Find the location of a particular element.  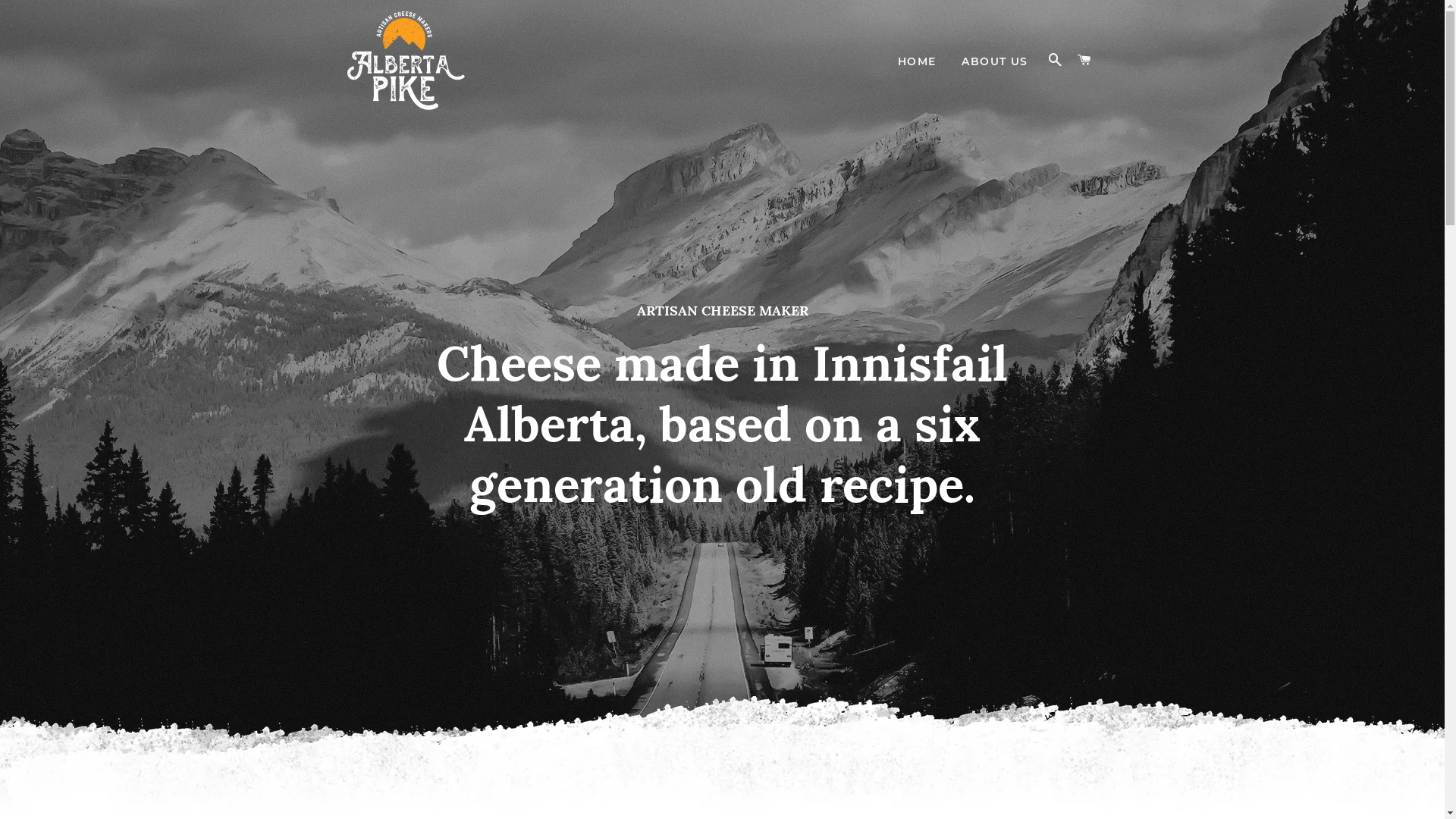

'ABOUT US' is located at coordinates (994, 61).